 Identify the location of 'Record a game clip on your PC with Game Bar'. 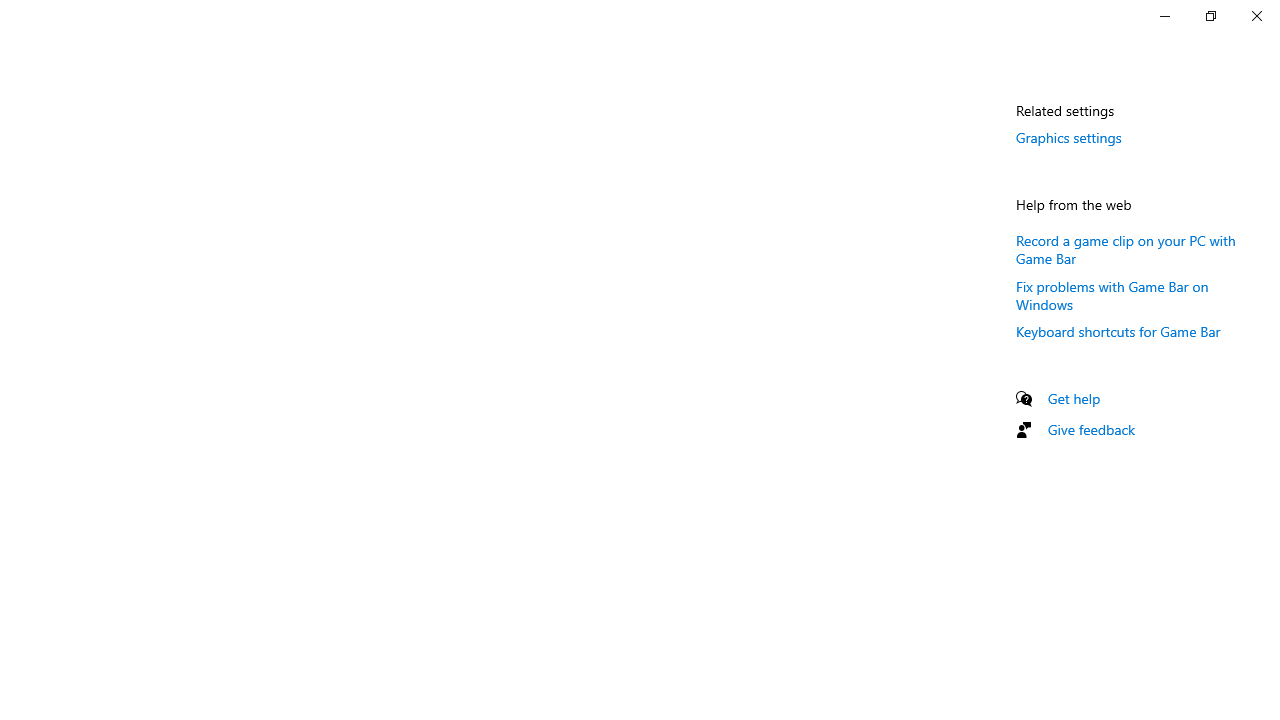
(1126, 247).